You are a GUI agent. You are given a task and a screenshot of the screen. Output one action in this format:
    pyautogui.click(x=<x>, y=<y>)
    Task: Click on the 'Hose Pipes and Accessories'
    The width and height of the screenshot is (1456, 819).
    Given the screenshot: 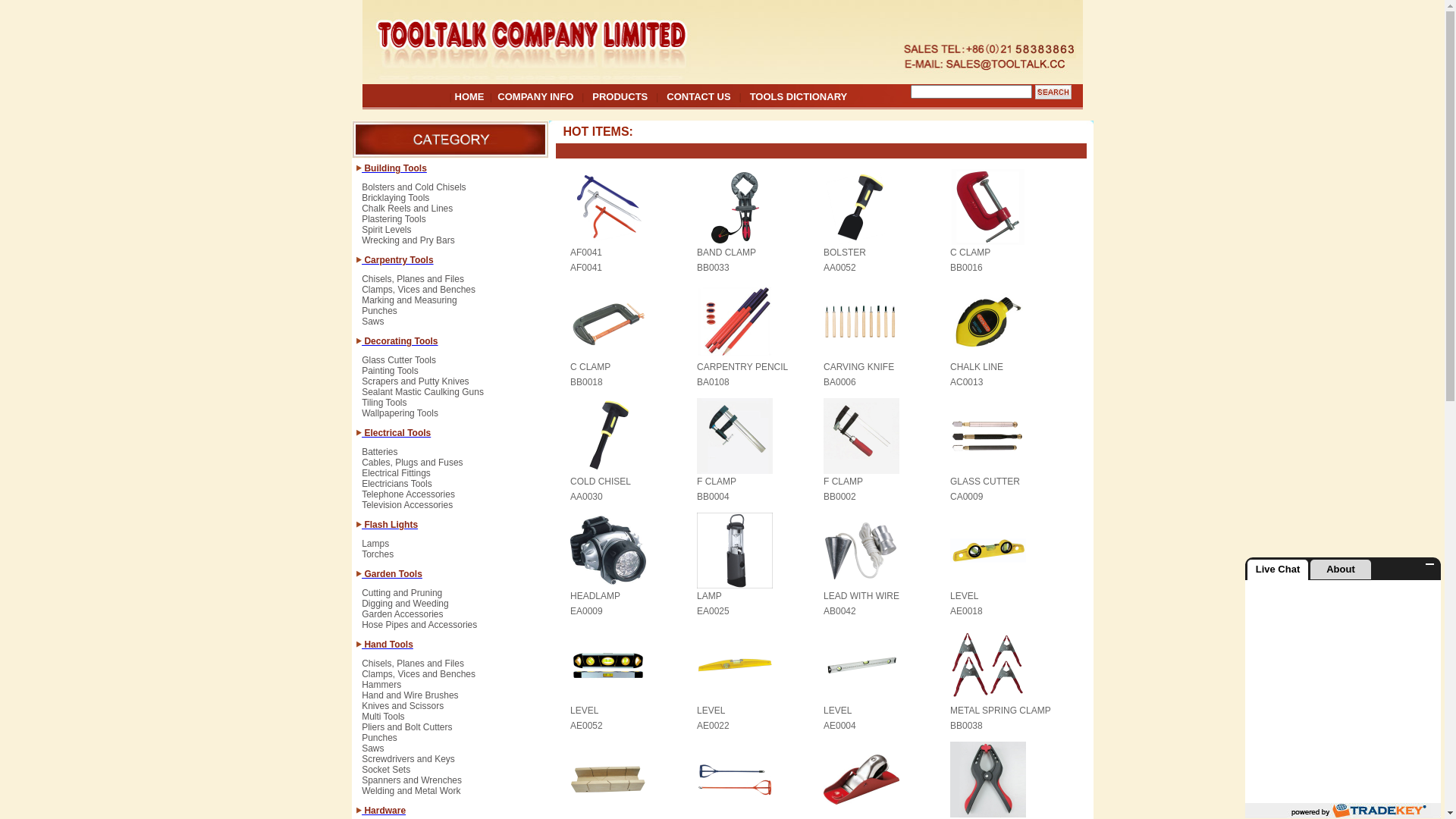 What is the action you would take?
    pyautogui.click(x=419, y=625)
    